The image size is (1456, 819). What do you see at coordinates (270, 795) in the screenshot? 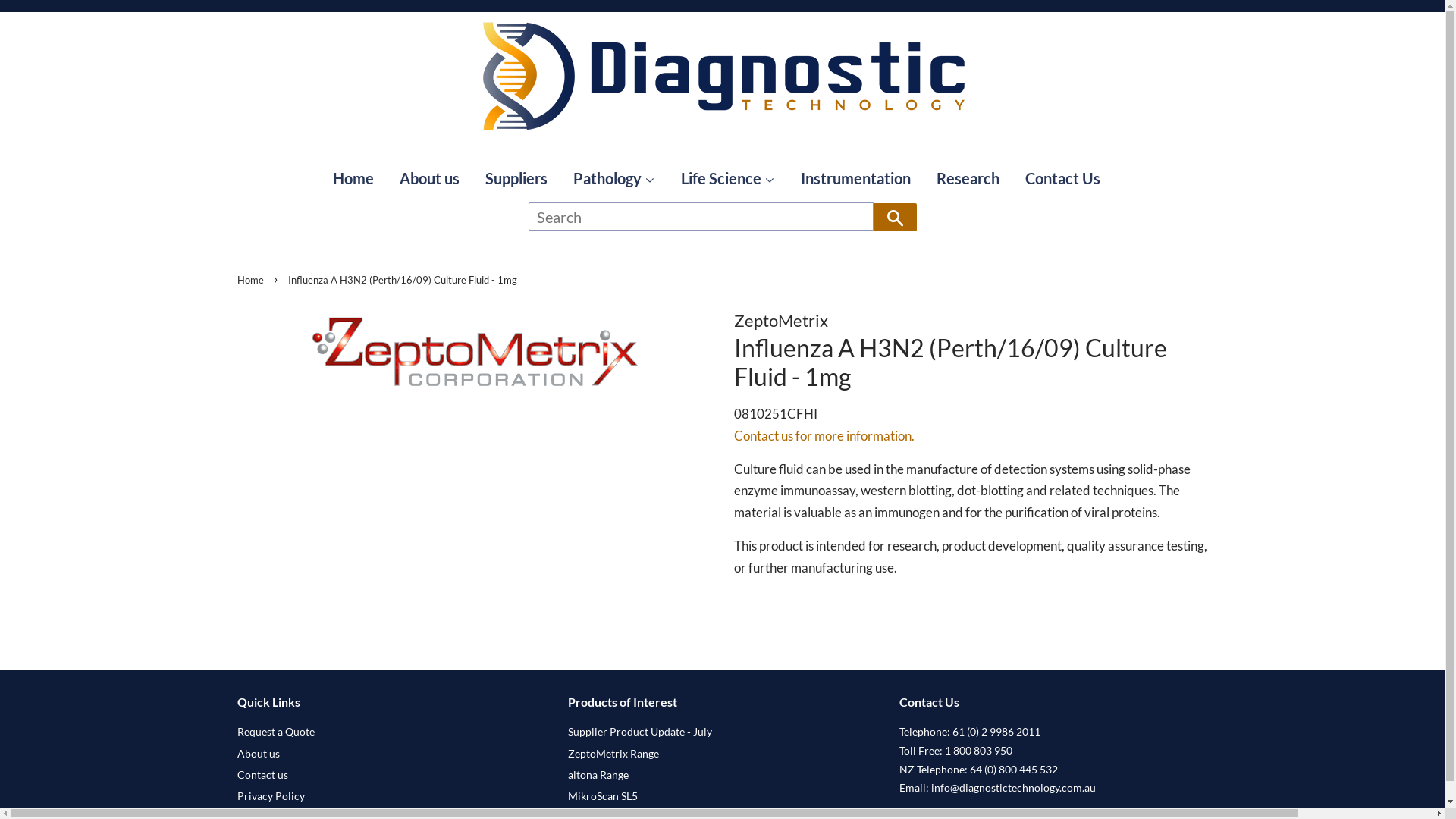
I see `'Privacy Policy'` at bounding box center [270, 795].